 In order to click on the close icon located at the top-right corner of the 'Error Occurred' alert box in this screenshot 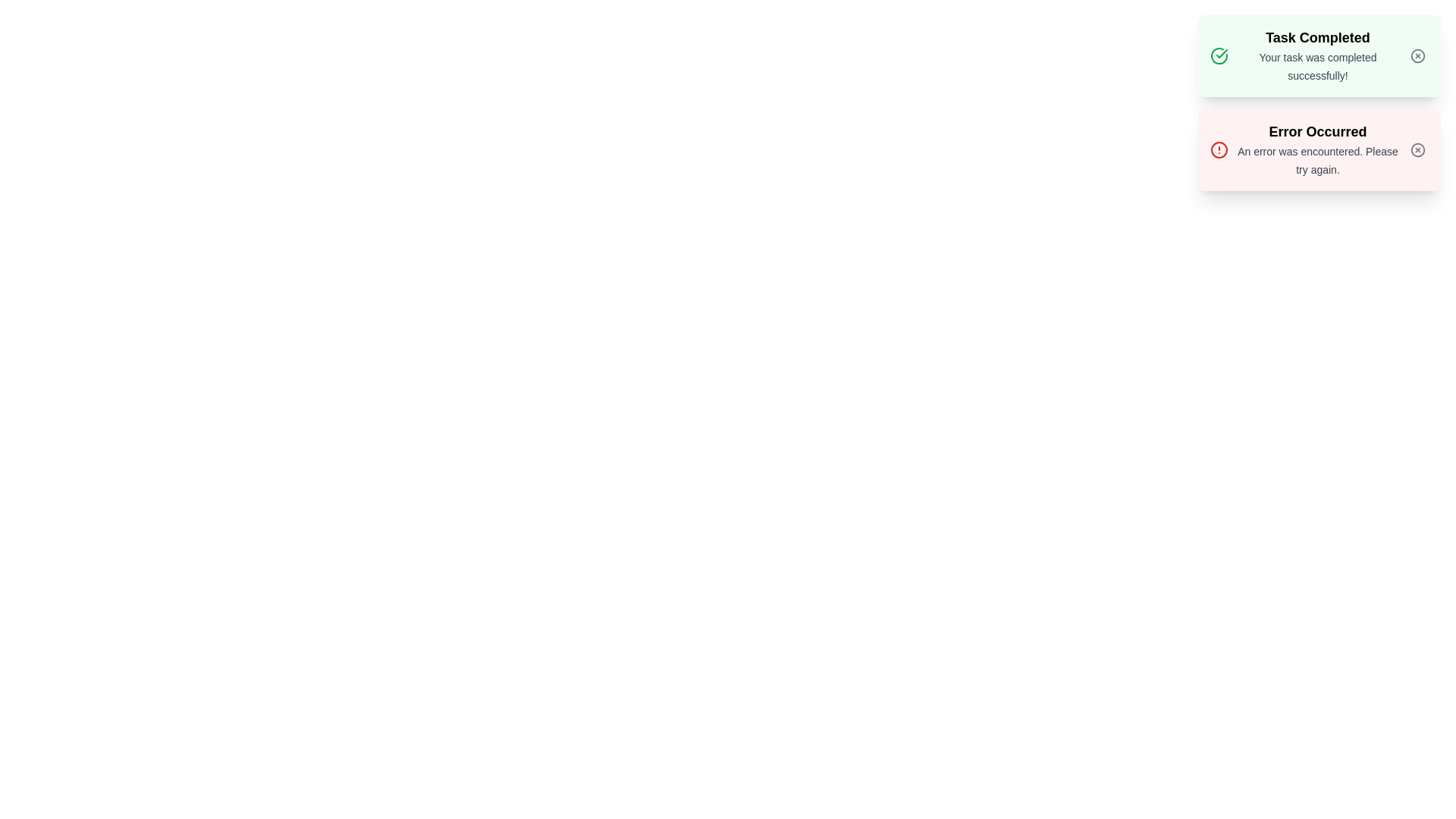, I will do `click(1417, 149)`.